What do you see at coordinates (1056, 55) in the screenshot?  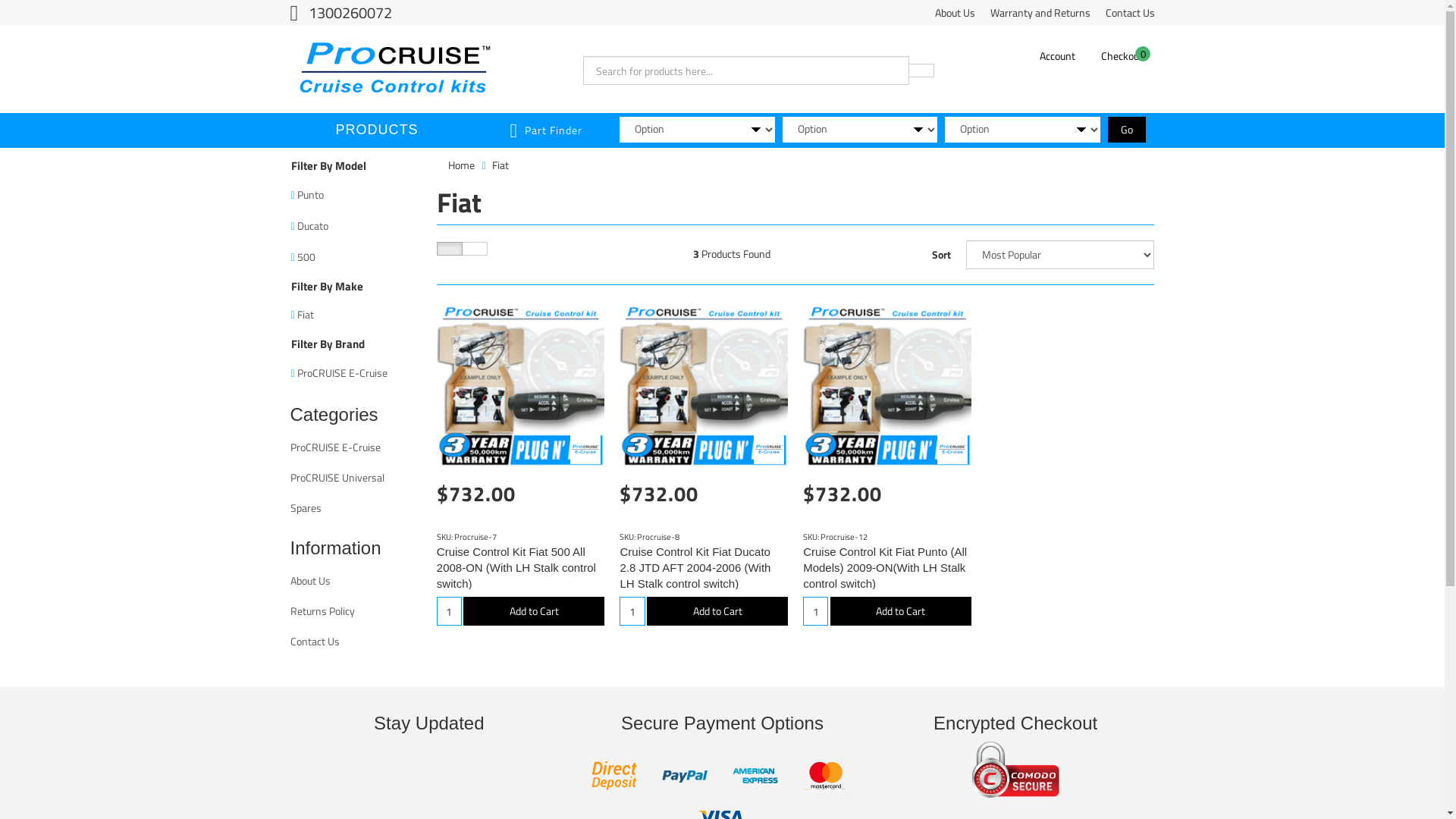 I see `'Account'` at bounding box center [1056, 55].